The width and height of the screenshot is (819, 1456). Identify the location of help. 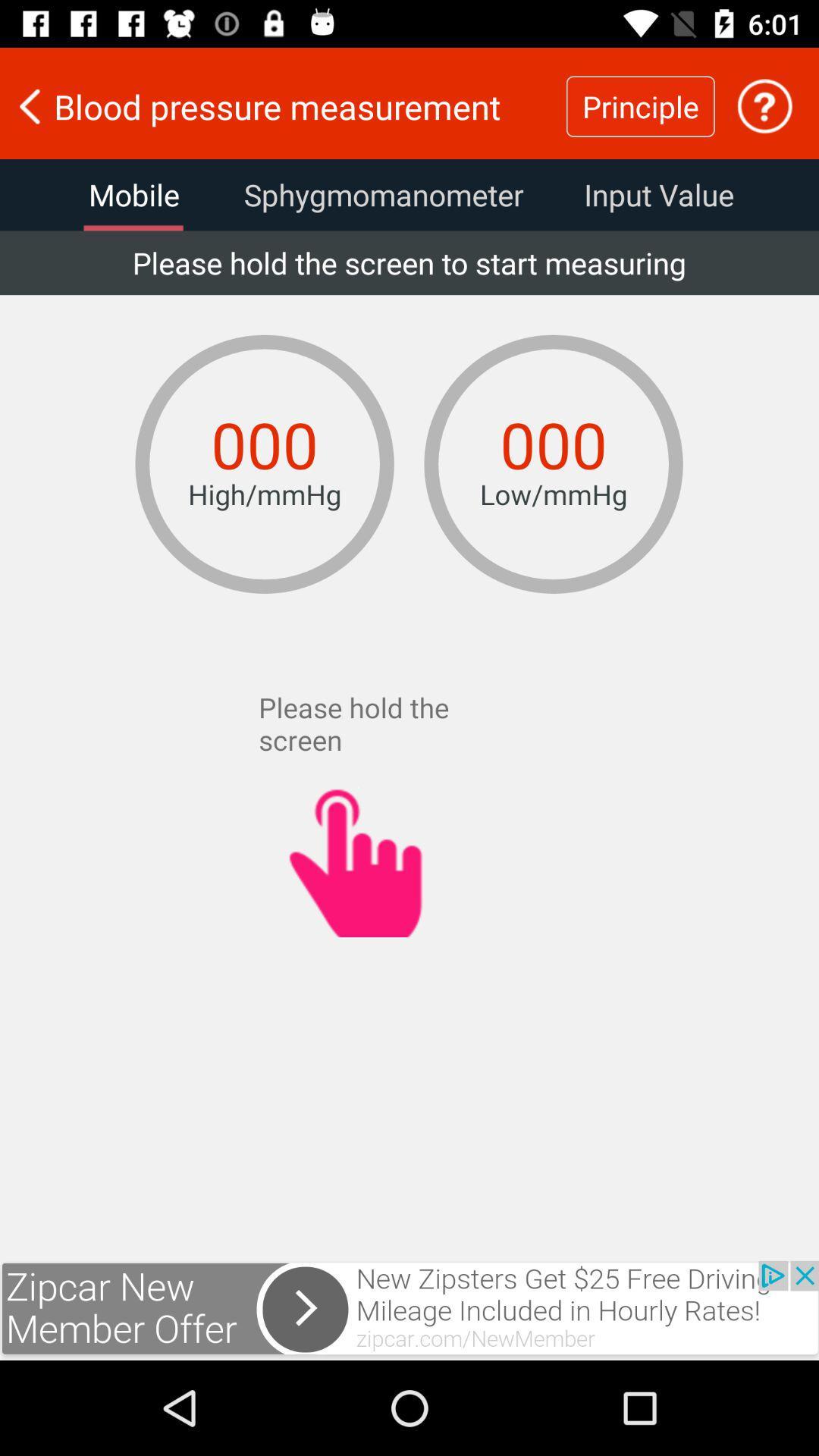
(764, 105).